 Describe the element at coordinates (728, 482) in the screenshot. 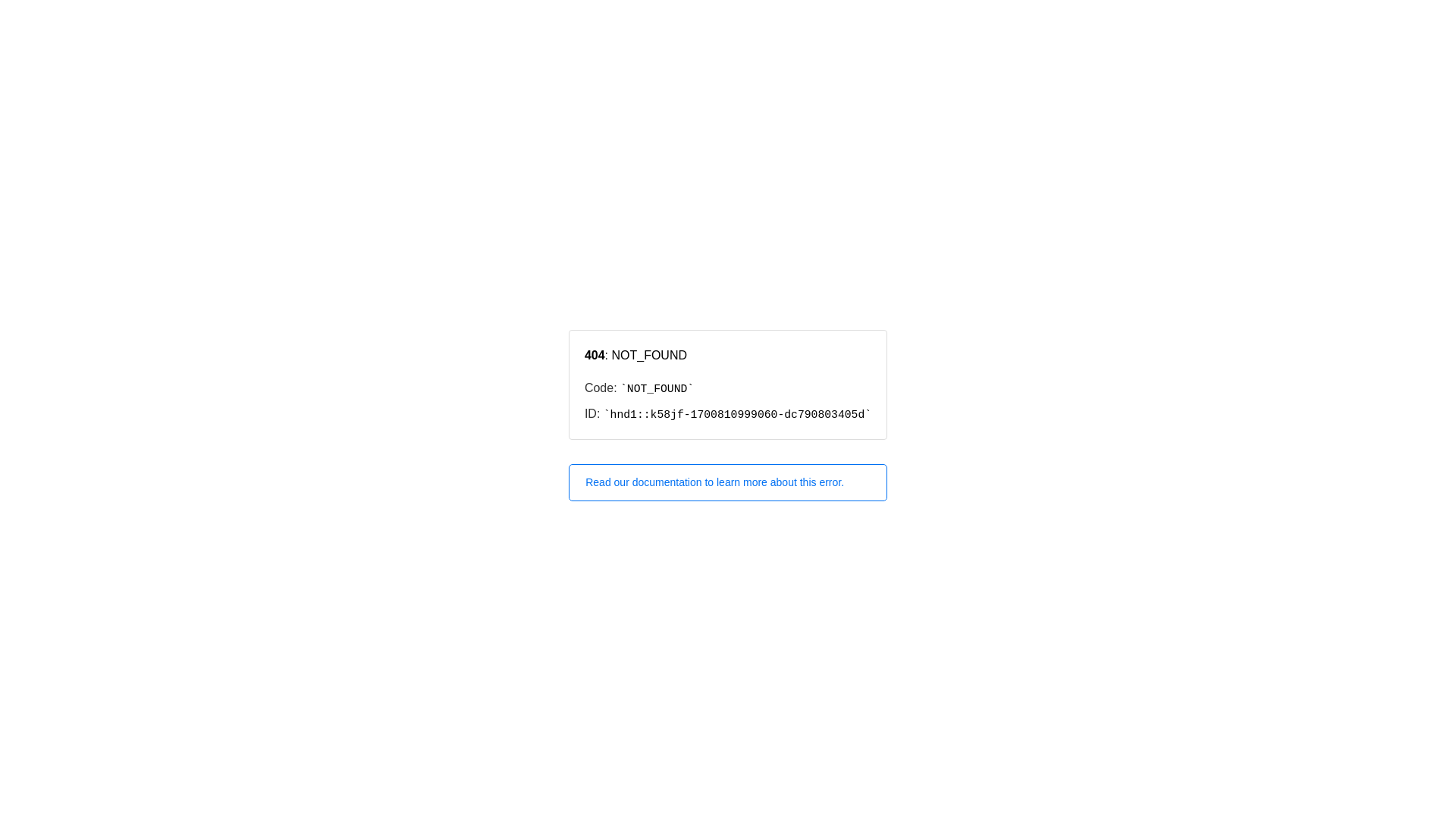

I see `'Read our documentation to learn more about this error.'` at that location.